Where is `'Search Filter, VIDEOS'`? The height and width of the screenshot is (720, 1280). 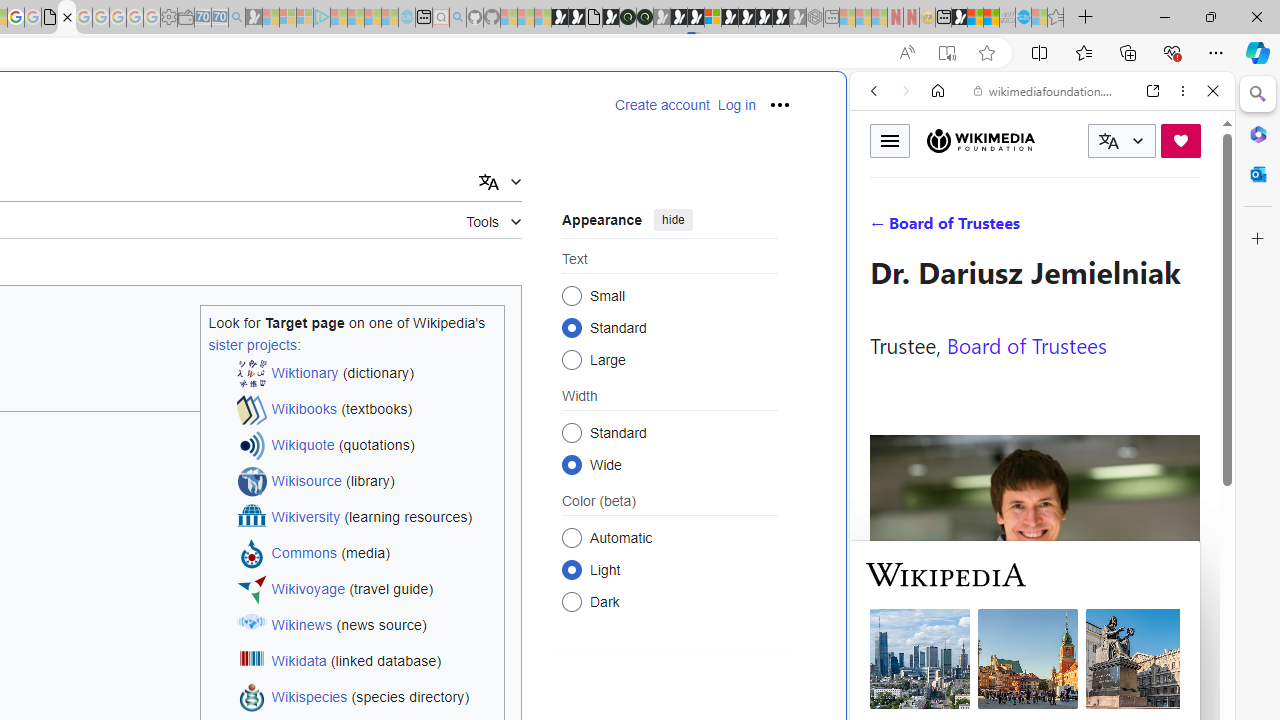
'Search Filter, VIDEOS' is located at coordinates (1006, 227).